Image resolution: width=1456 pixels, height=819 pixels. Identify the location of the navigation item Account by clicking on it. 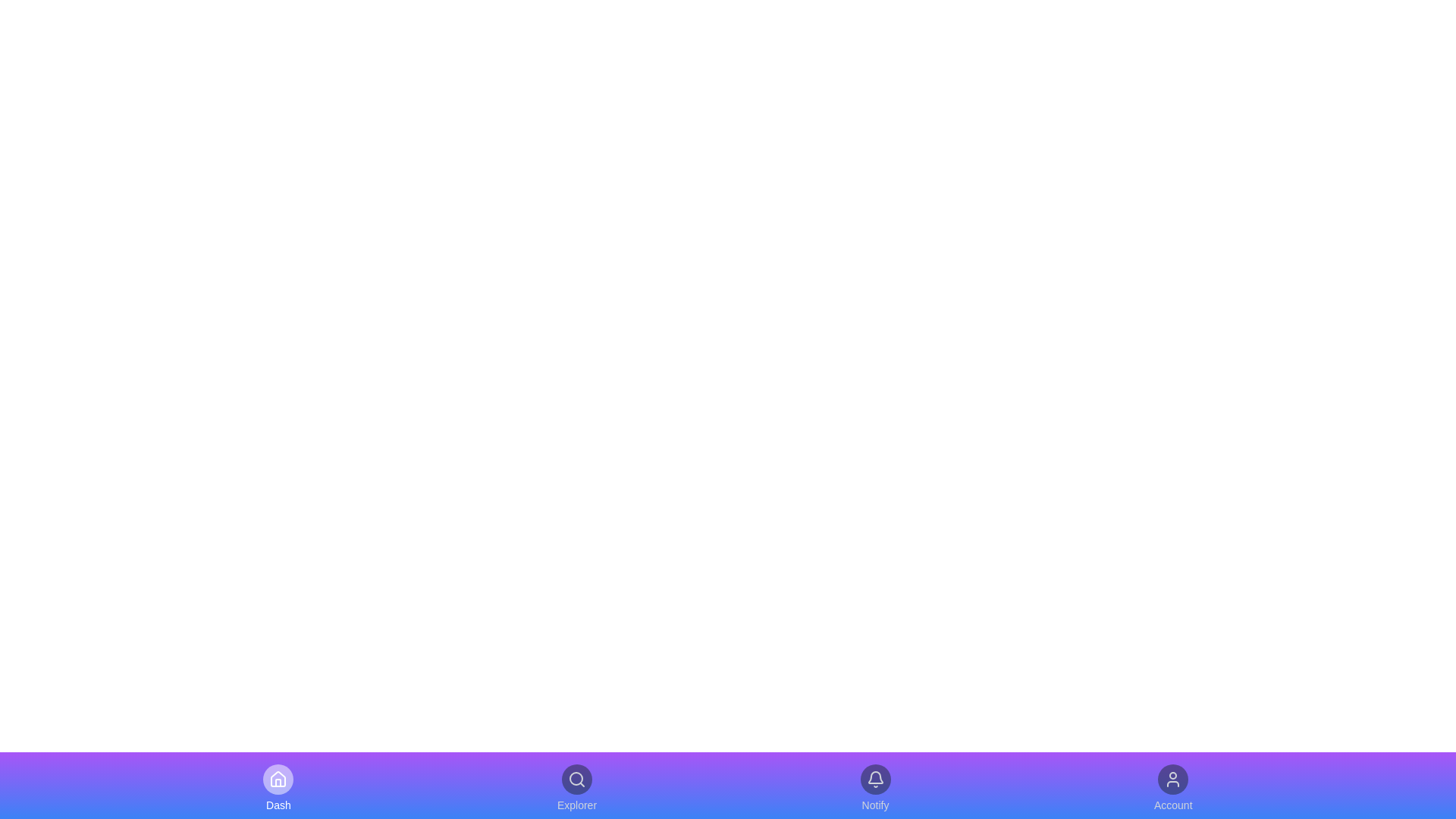
(1172, 788).